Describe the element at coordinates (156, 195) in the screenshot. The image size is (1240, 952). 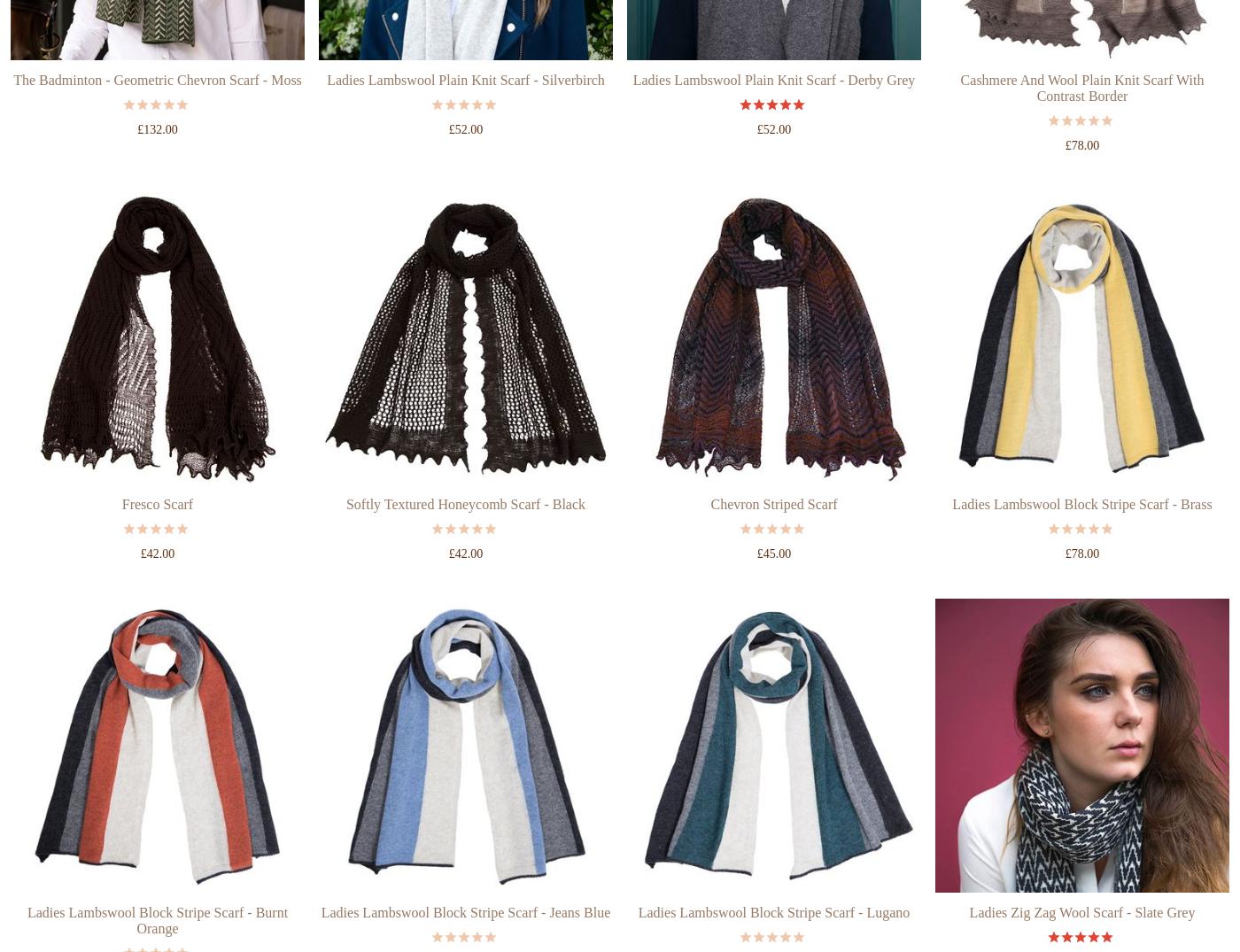
I see `'£132.00'` at that location.